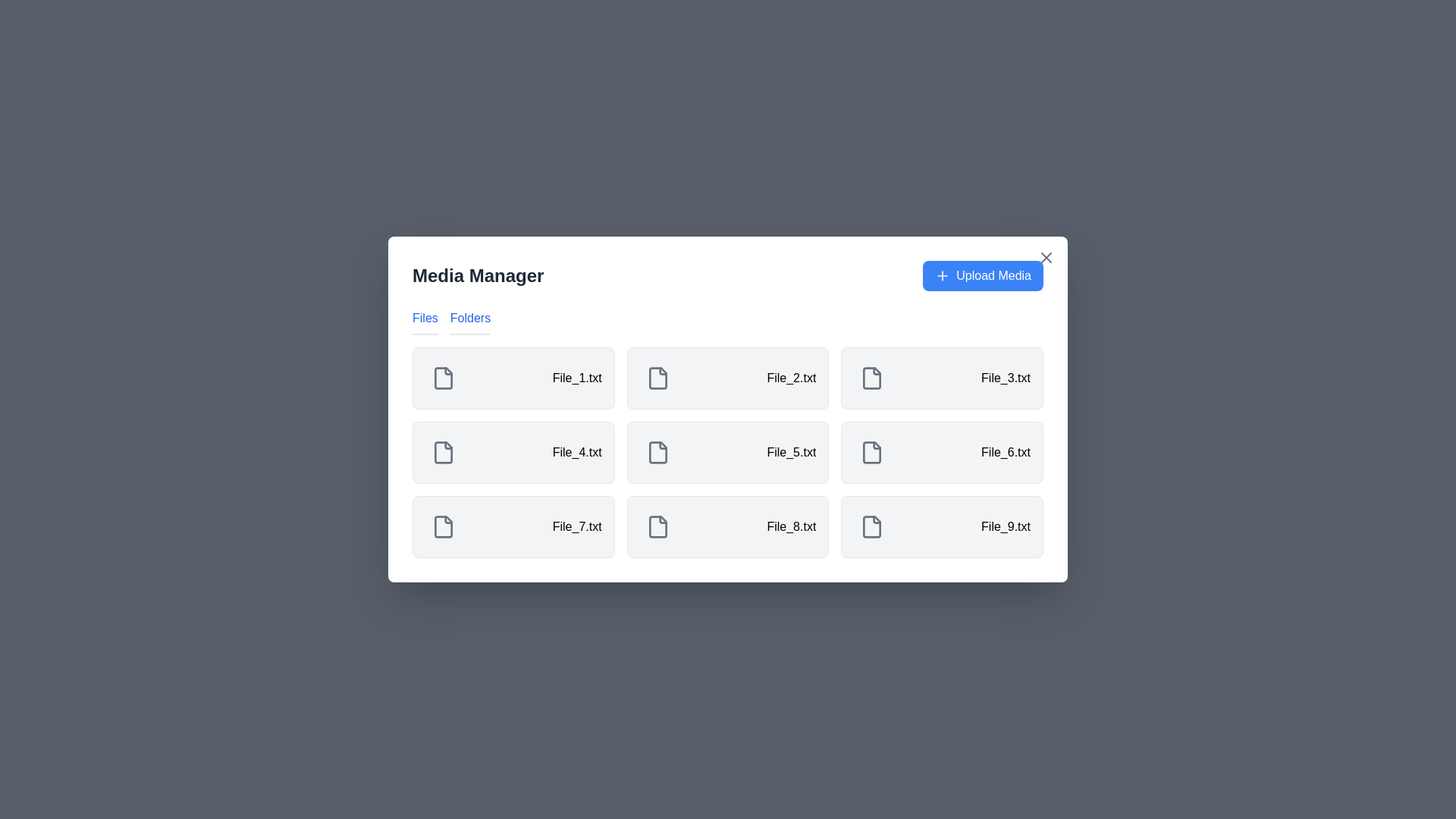 This screenshot has height=819, width=1456. Describe the element at coordinates (872, 526) in the screenshot. I see `the file icon located in the second column of the last row, adjacent to the label 'File_9.txt'` at that location.